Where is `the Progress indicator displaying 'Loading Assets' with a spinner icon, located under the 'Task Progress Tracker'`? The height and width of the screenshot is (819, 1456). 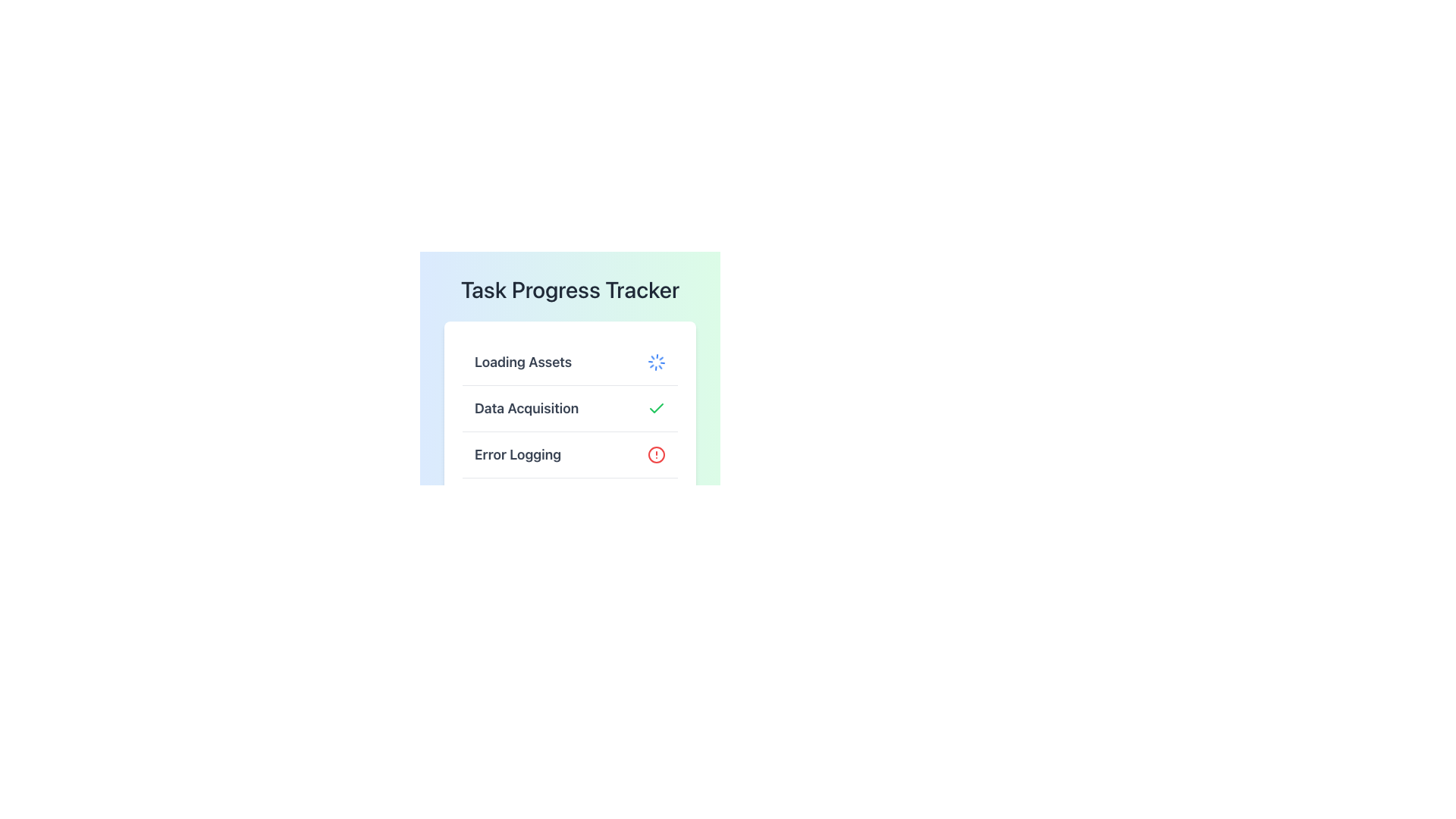 the Progress indicator displaying 'Loading Assets' with a spinner icon, located under the 'Task Progress Tracker' is located at coordinates (570, 359).